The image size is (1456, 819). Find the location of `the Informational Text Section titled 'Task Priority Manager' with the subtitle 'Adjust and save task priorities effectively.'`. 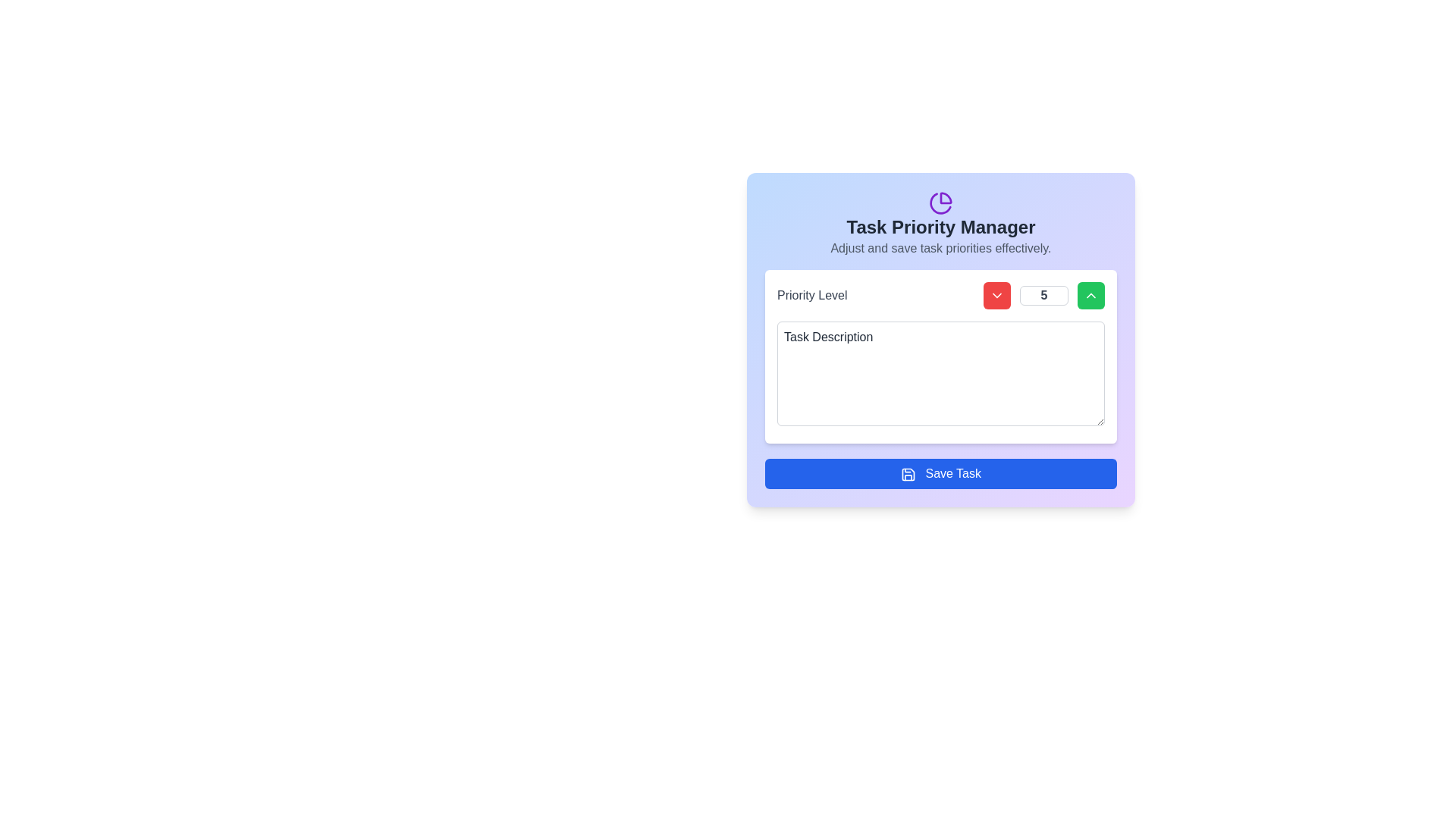

the Informational Text Section titled 'Task Priority Manager' with the subtitle 'Adjust and save task priorities effectively.' is located at coordinates (940, 231).